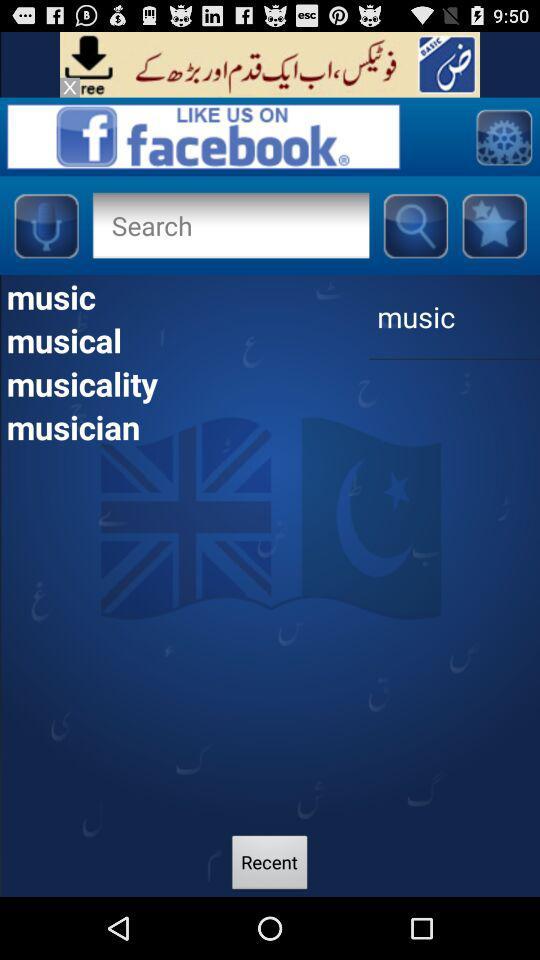 This screenshot has width=540, height=960. Describe the element at coordinates (202, 135) in the screenshot. I see `search option` at that location.